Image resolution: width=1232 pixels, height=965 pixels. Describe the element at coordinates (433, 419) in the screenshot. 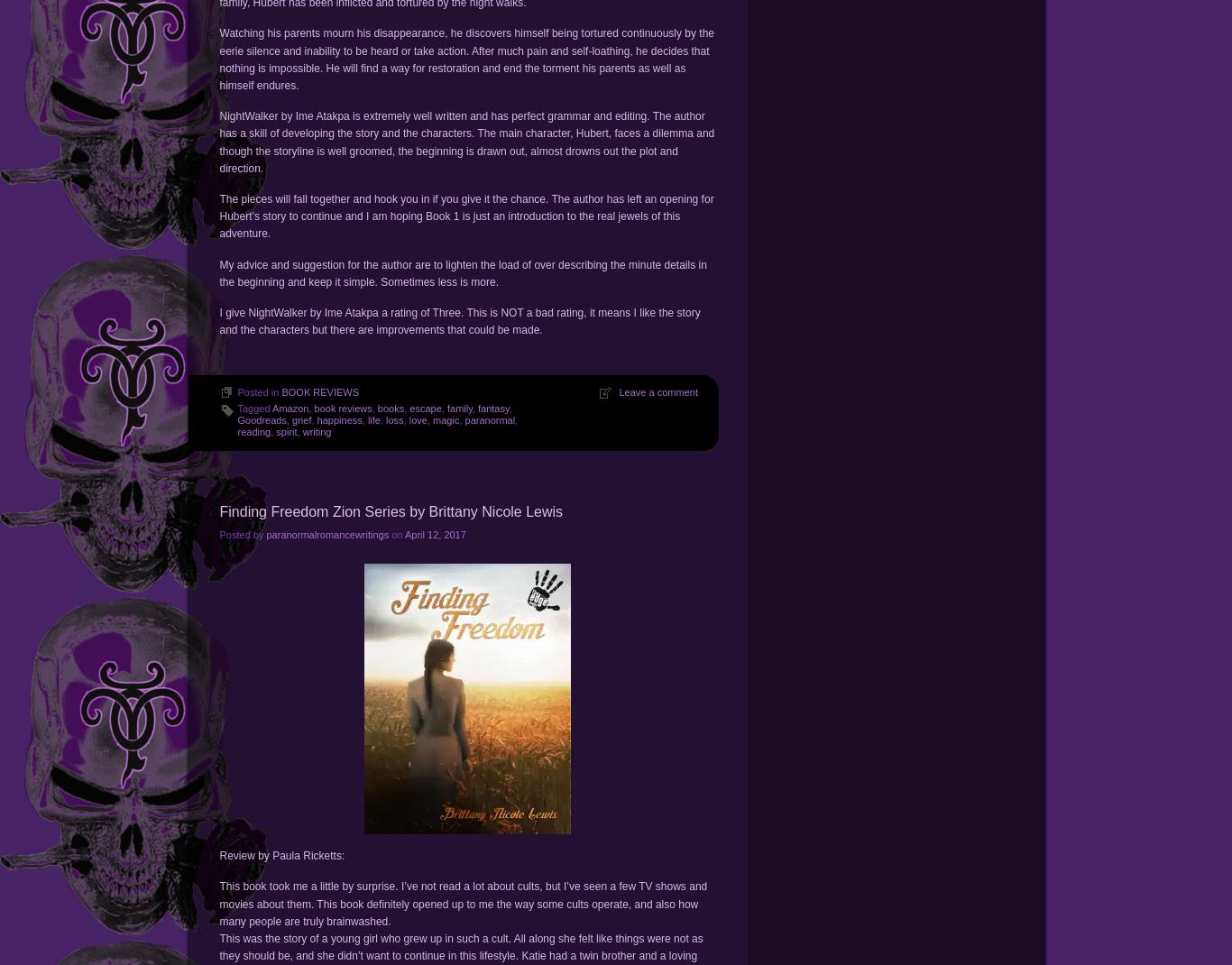

I see `'magic'` at that location.